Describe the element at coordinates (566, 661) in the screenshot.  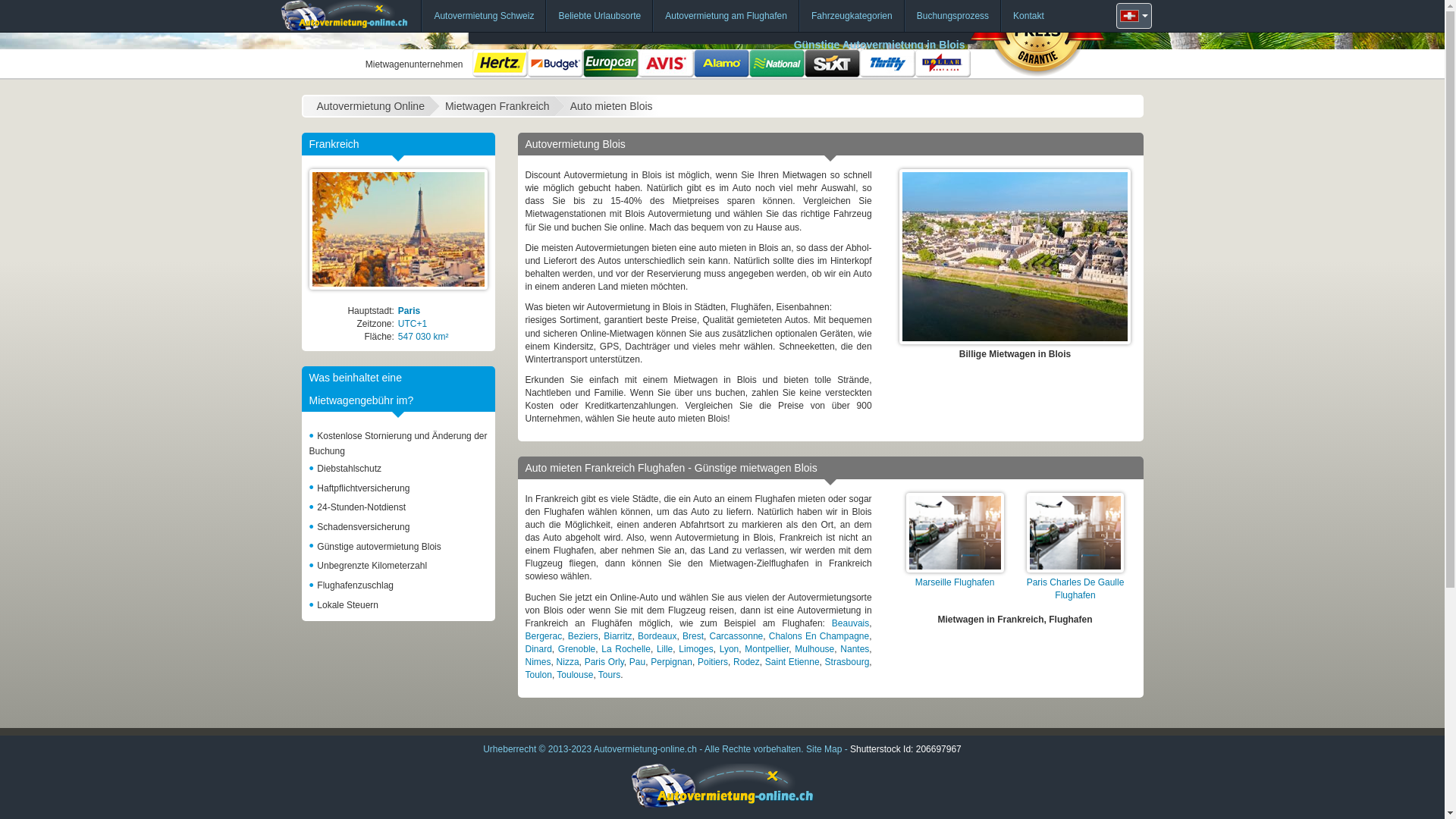
I see `'Nizza'` at that location.